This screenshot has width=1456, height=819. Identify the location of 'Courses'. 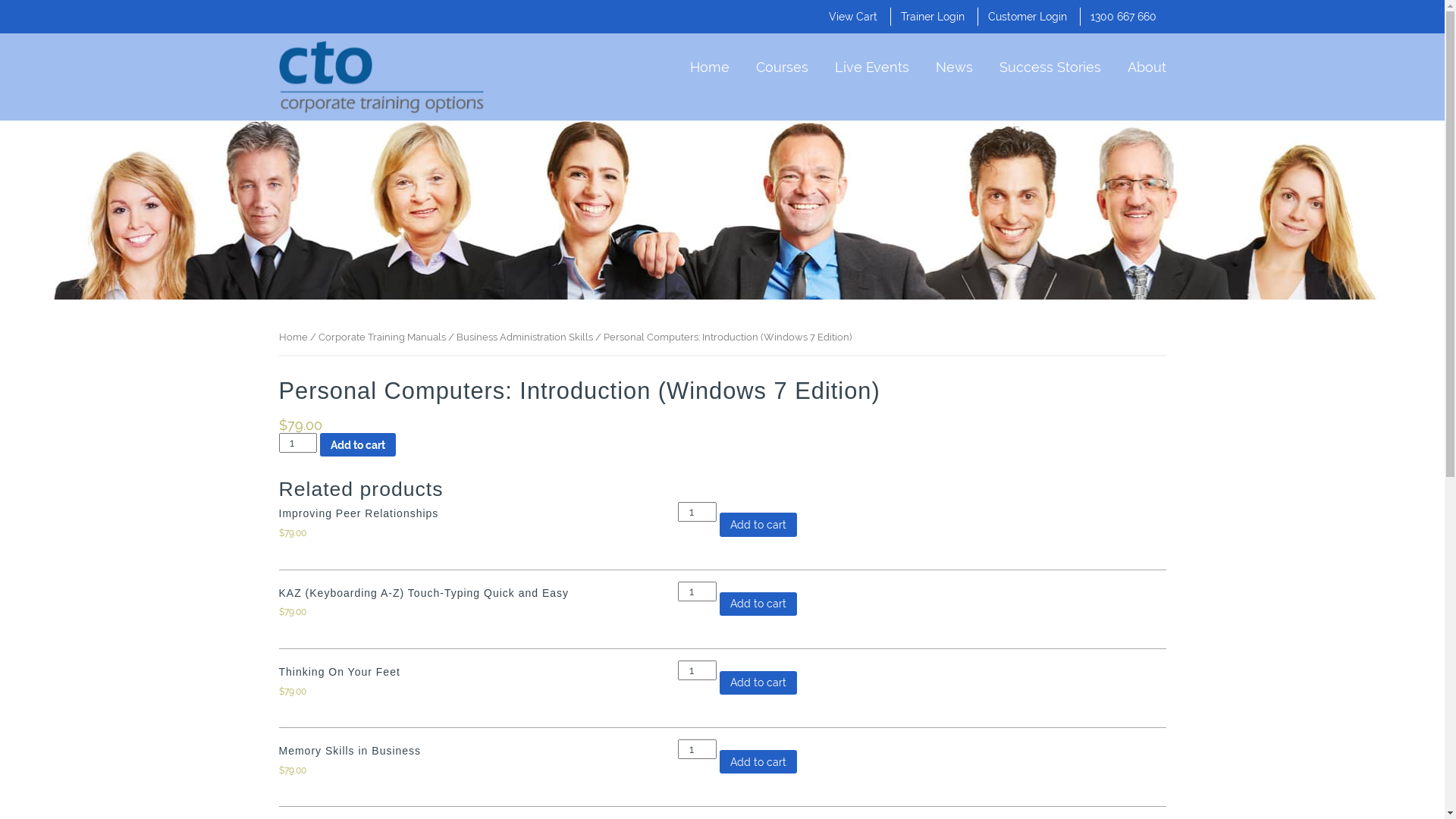
(781, 64).